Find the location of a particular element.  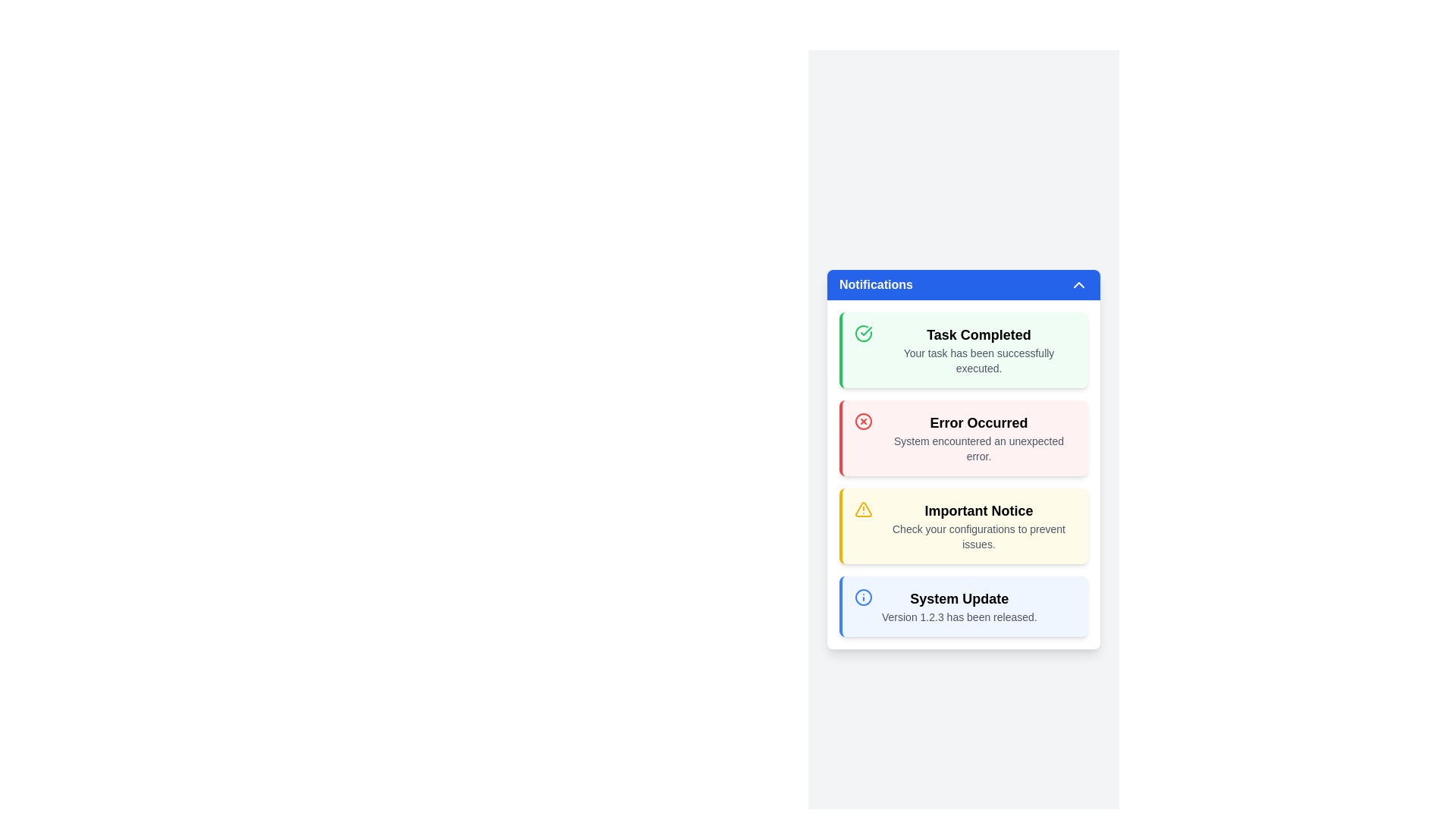

the third notification card in the vertical stack of notifications, which contains important system configuration notices, located between the 'Error Occurred' and 'System Update' cards is located at coordinates (963, 526).